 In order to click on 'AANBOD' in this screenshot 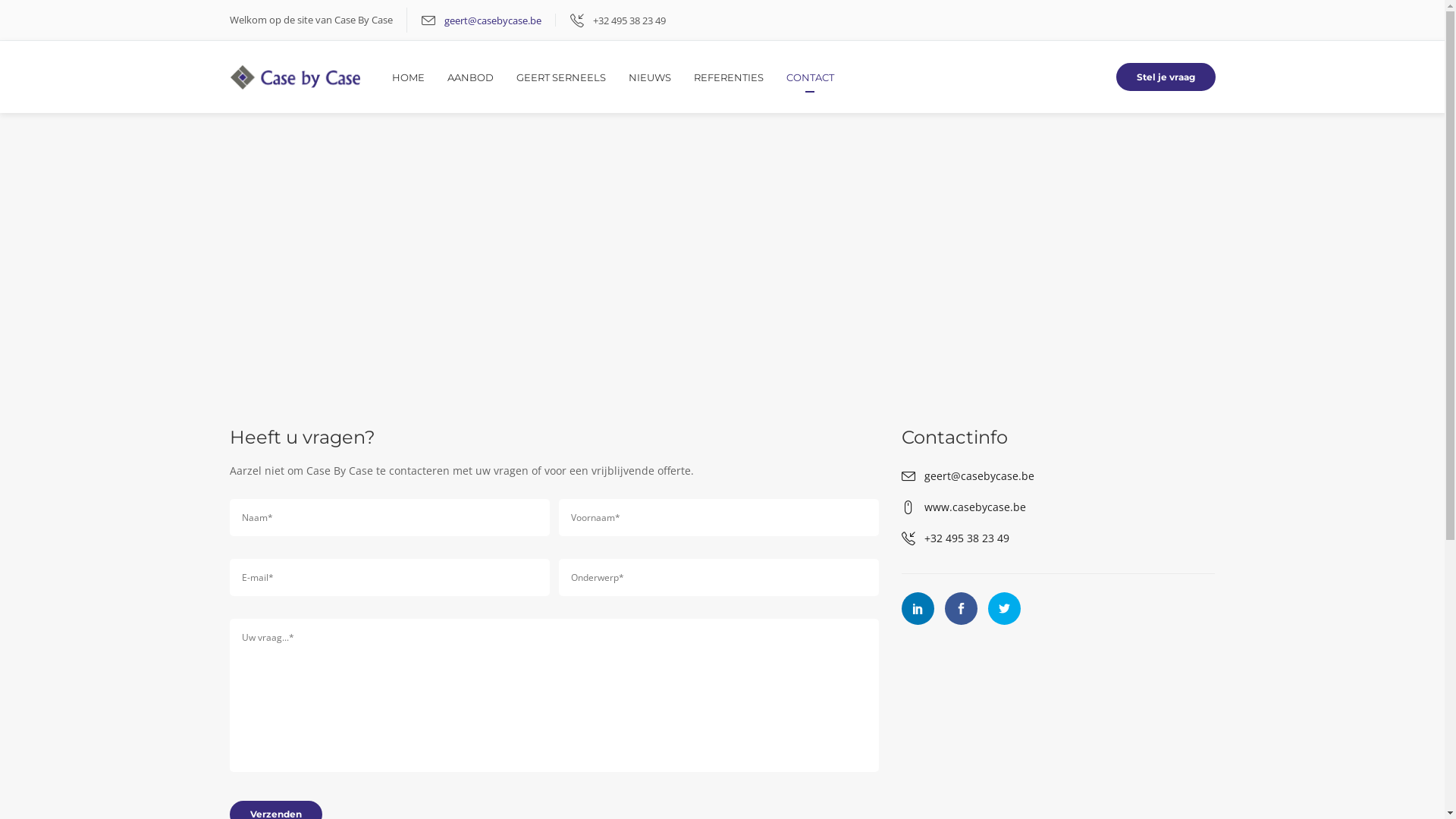, I will do `click(447, 77)`.